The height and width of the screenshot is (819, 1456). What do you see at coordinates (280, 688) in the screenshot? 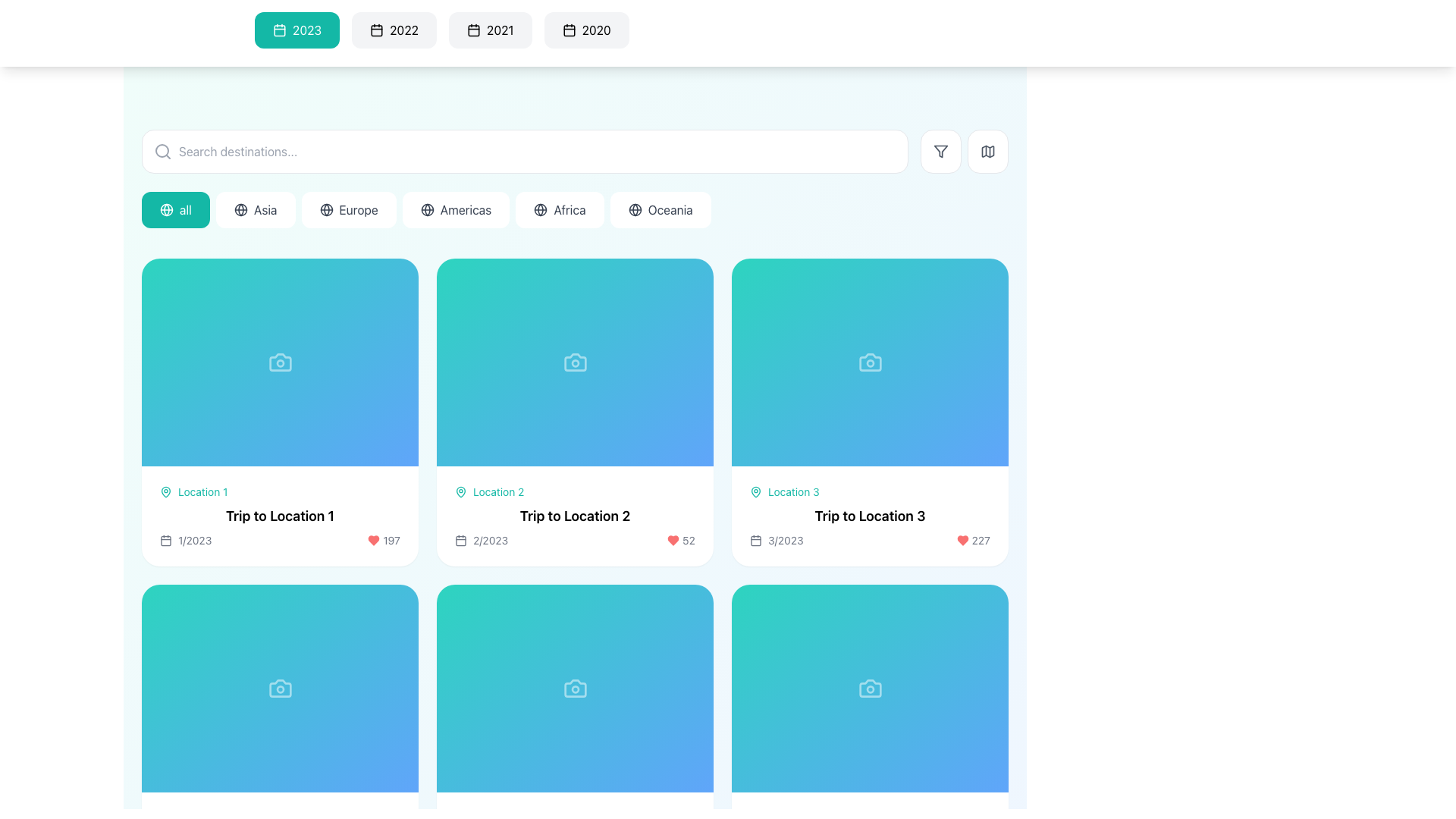
I see `the Background panel or preview placeholder located in the fourth card of the second row in the grid layout, beneath the title and details of the card` at bounding box center [280, 688].